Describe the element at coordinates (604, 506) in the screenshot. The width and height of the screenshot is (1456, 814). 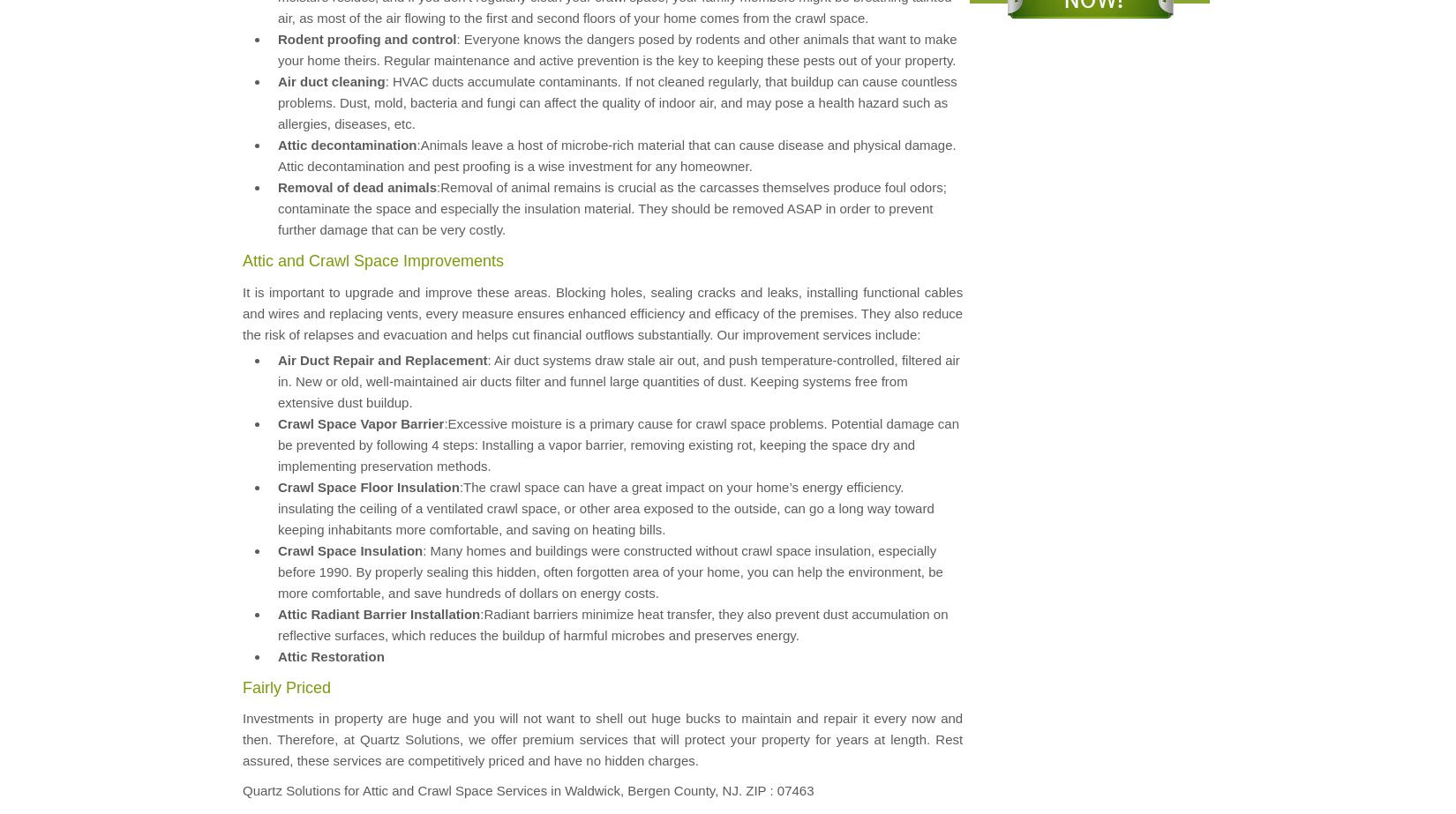
I see `':The crawl space can have a great impact on your home’s energy efficiency. insulating the ceiling of a ventilated crawl space, or other area exposed to the outside, can go a long way toward keeping inhabitants more comfortable, and saving on heating bills.'` at that location.